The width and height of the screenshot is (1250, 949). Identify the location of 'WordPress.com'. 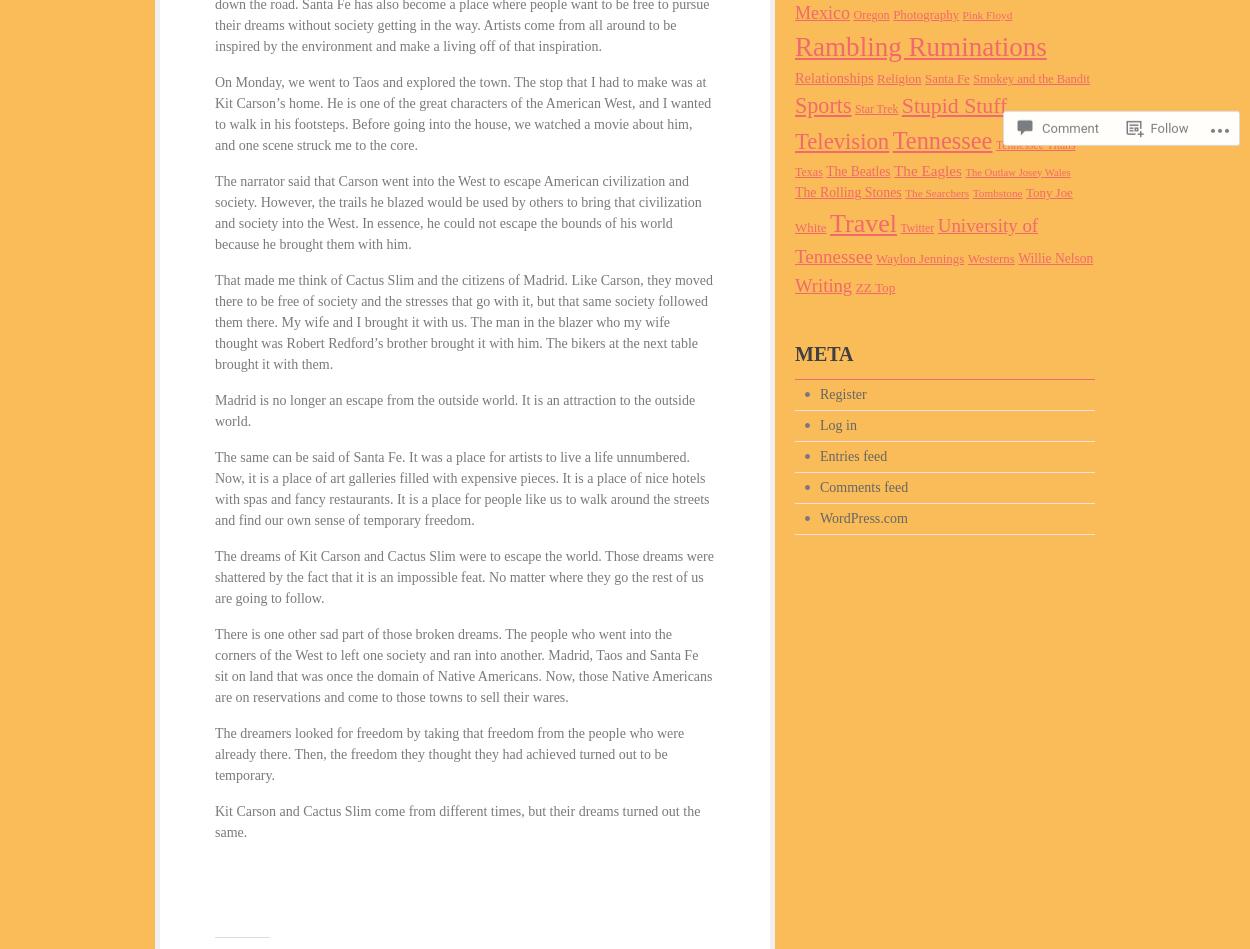
(862, 517).